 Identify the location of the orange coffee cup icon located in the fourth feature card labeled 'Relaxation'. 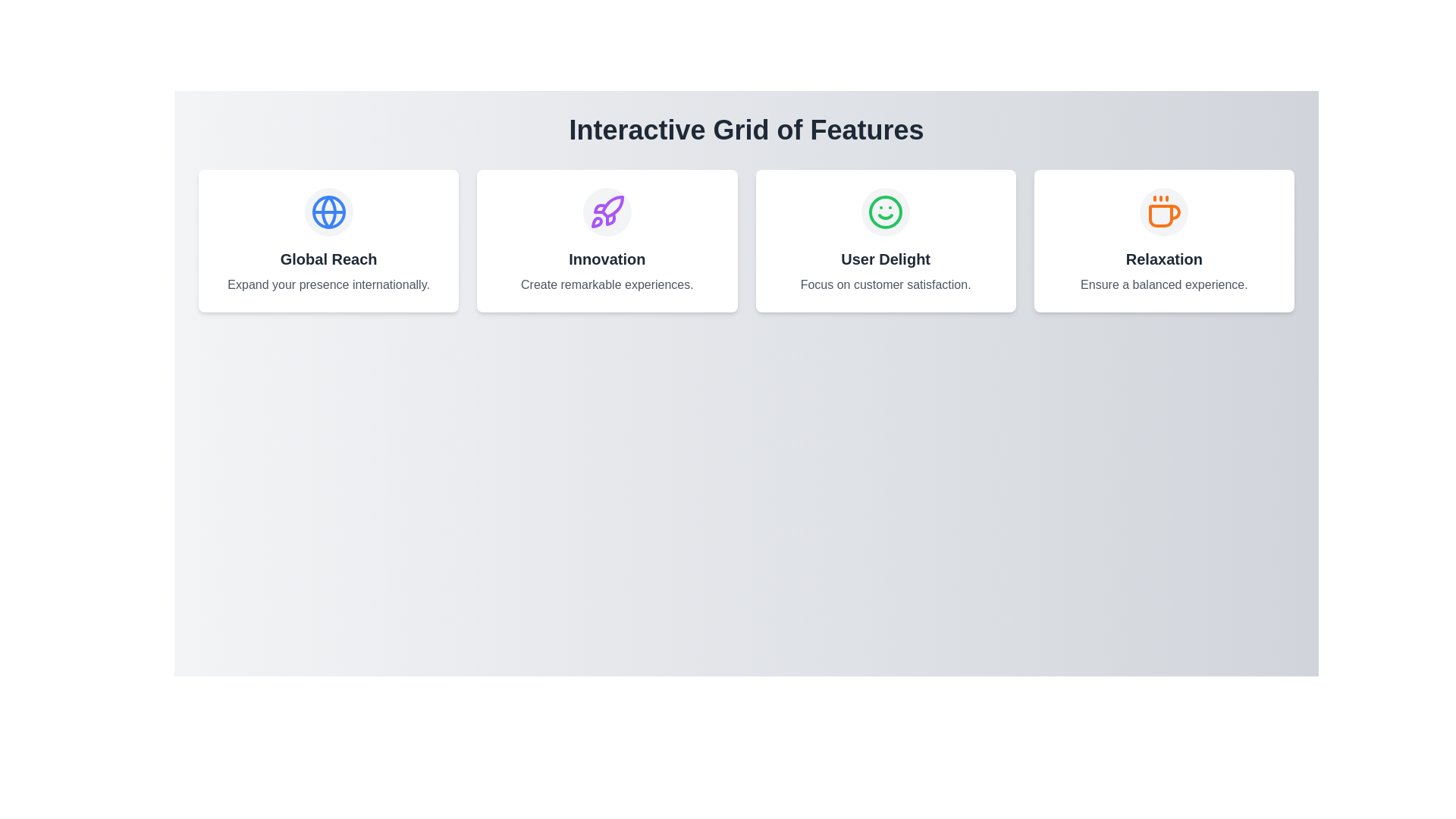
(1163, 212).